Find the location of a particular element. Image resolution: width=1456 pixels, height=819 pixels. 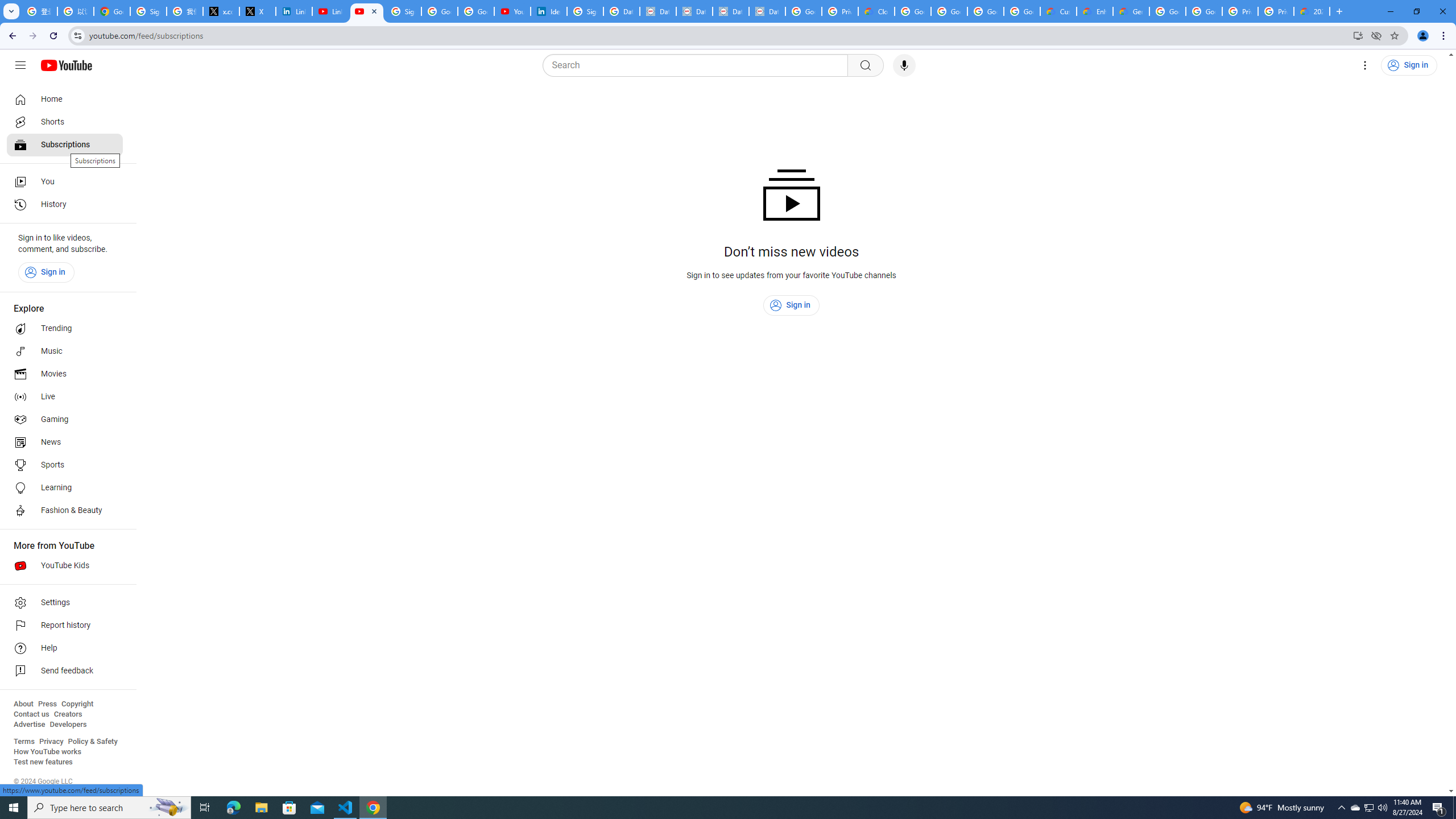

'LinkedIn Privacy Policy' is located at coordinates (294, 11).